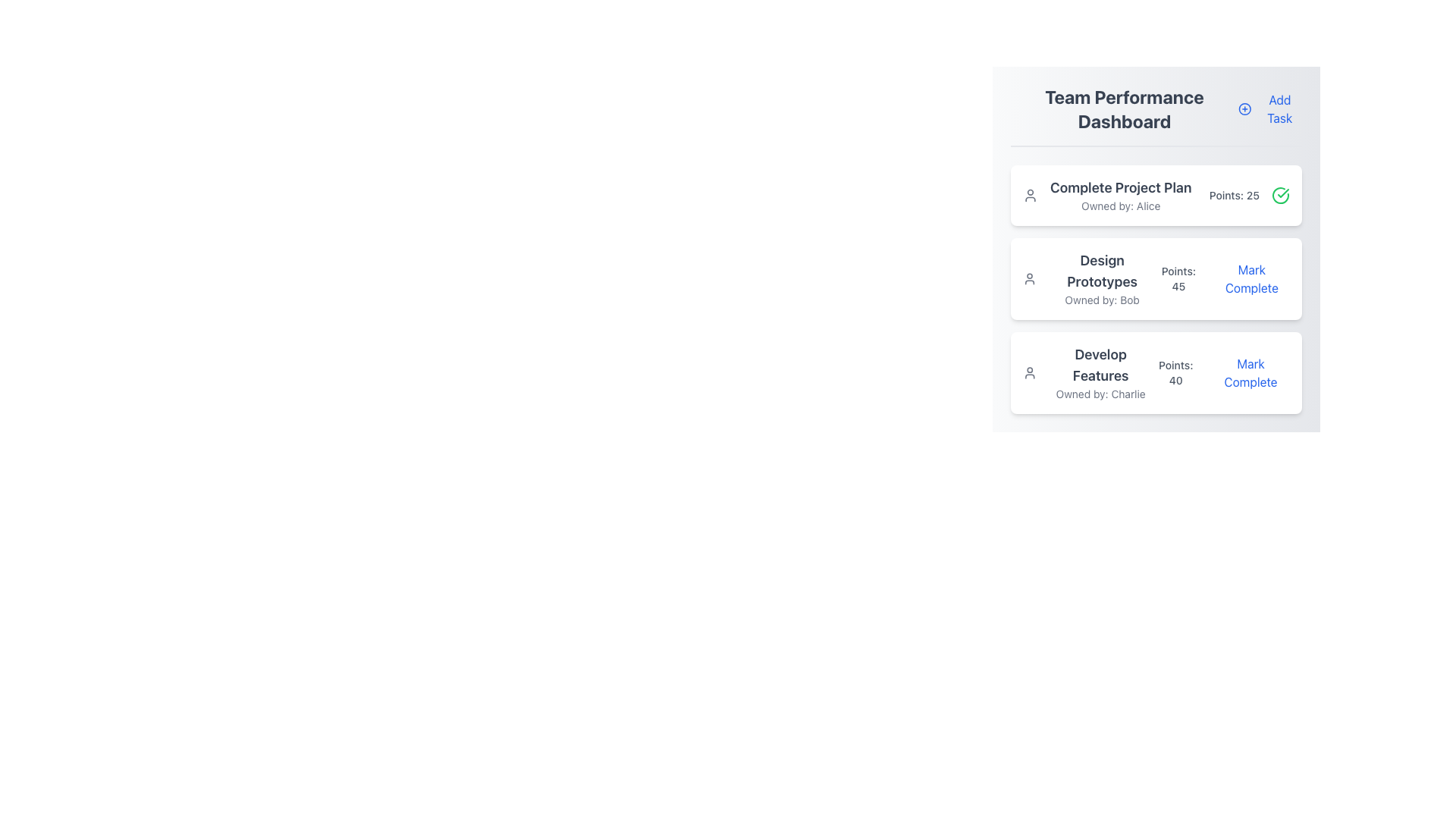  What do you see at coordinates (1156, 195) in the screenshot?
I see `the topmost card in the 'Team Performance Dashboard' that displays the task 'Complete Project Plan', owned by Alice, with 25 associated points` at bounding box center [1156, 195].